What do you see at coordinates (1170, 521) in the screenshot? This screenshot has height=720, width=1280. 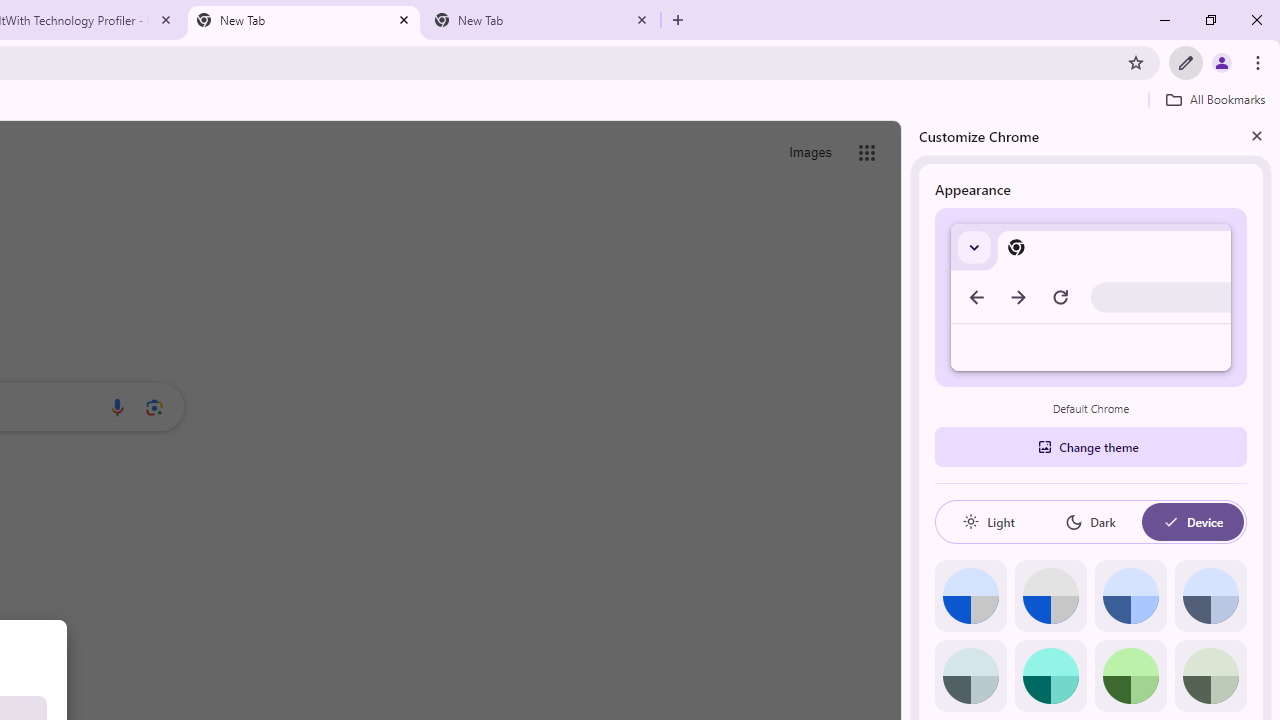 I see `'AutomationID: baseSvg'` at bounding box center [1170, 521].